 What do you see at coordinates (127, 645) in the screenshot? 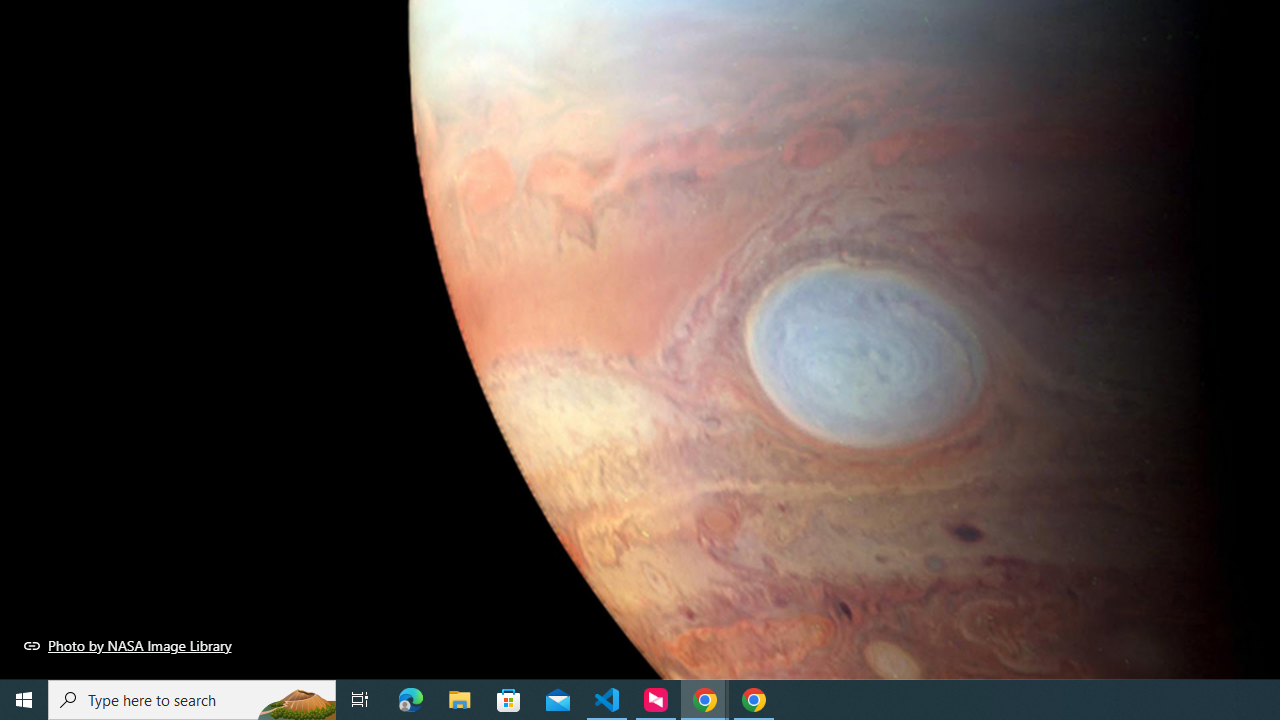
I see `'Photo by NASA Image Library'` at bounding box center [127, 645].